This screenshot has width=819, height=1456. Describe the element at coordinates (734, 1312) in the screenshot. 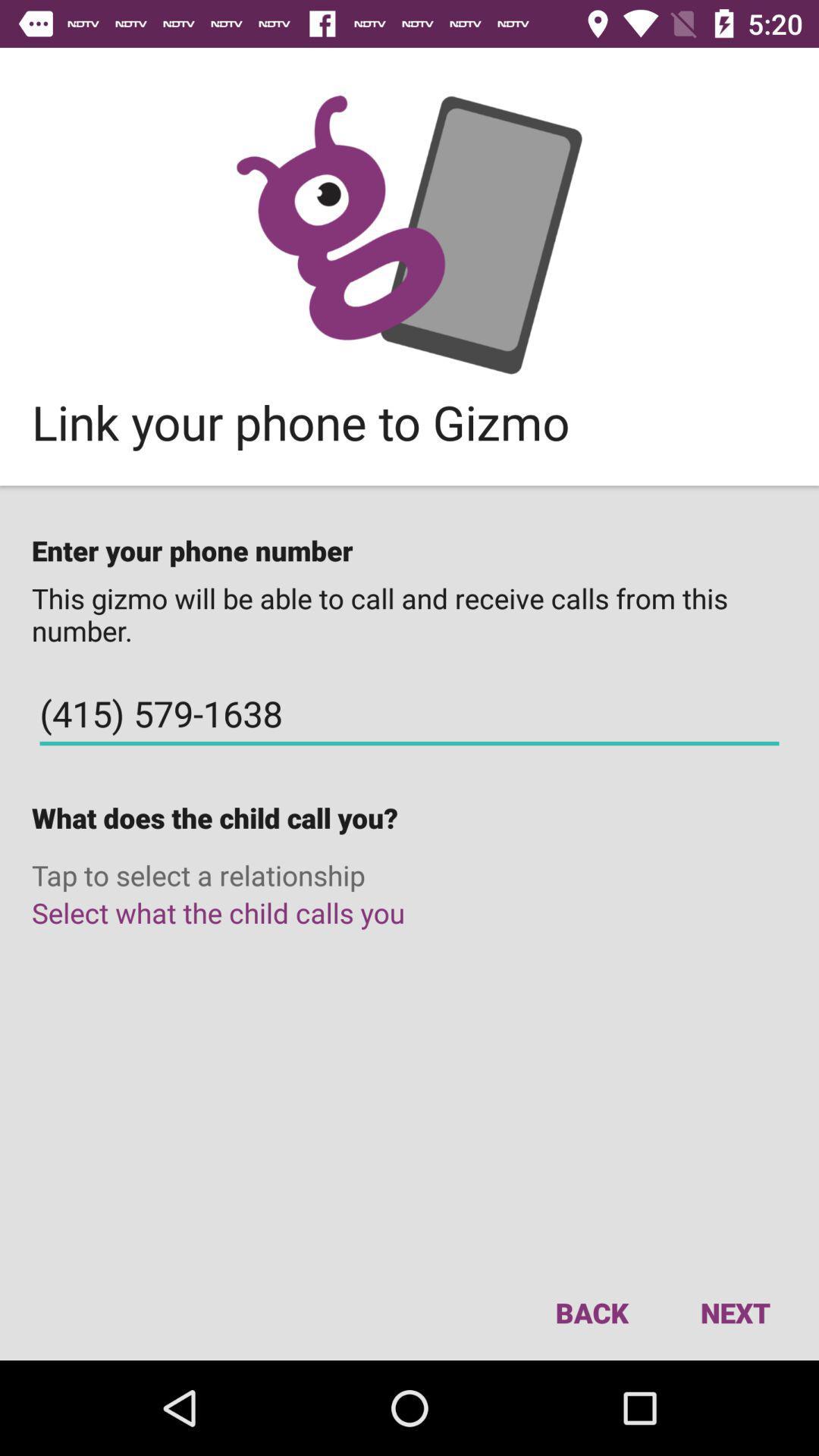

I see `next icon` at that location.